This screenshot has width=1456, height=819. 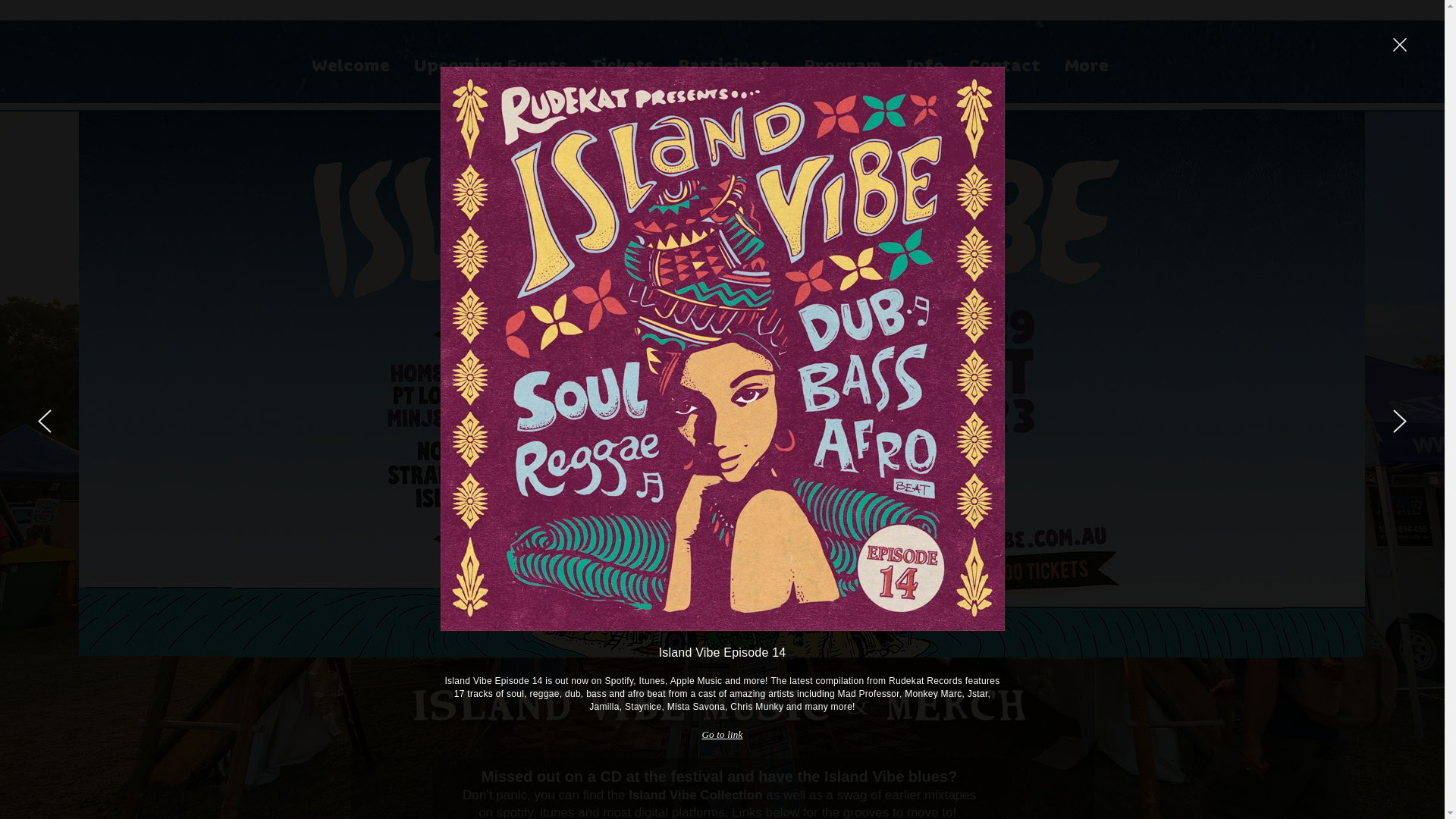 What do you see at coordinates (924, 64) in the screenshot?
I see `'Info'` at bounding box center [924, 64].